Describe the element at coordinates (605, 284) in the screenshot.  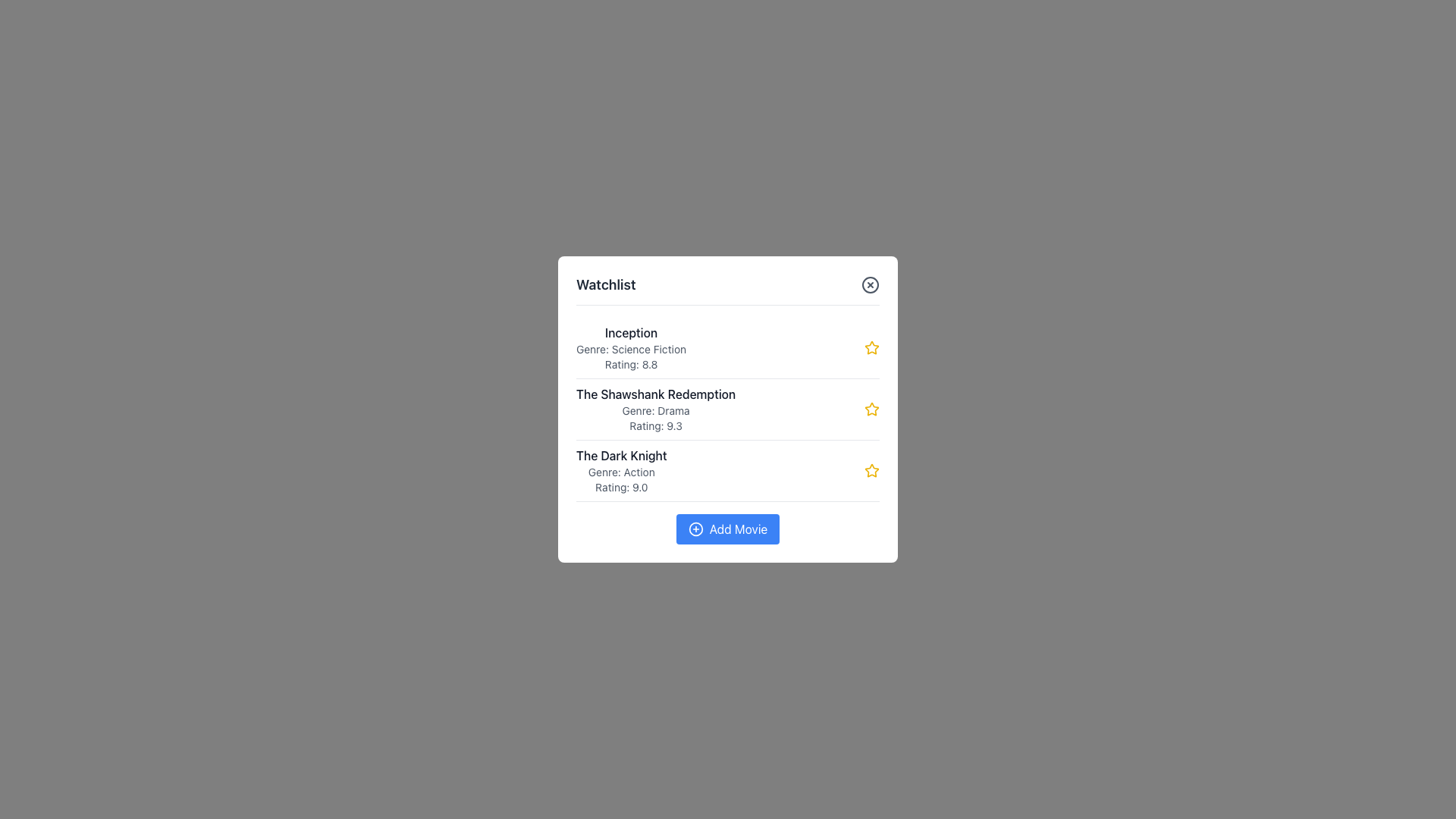
I see `the 'Watchlist' text label, which is styled in bold and large font, located at the top left corner of its panel` at that location.